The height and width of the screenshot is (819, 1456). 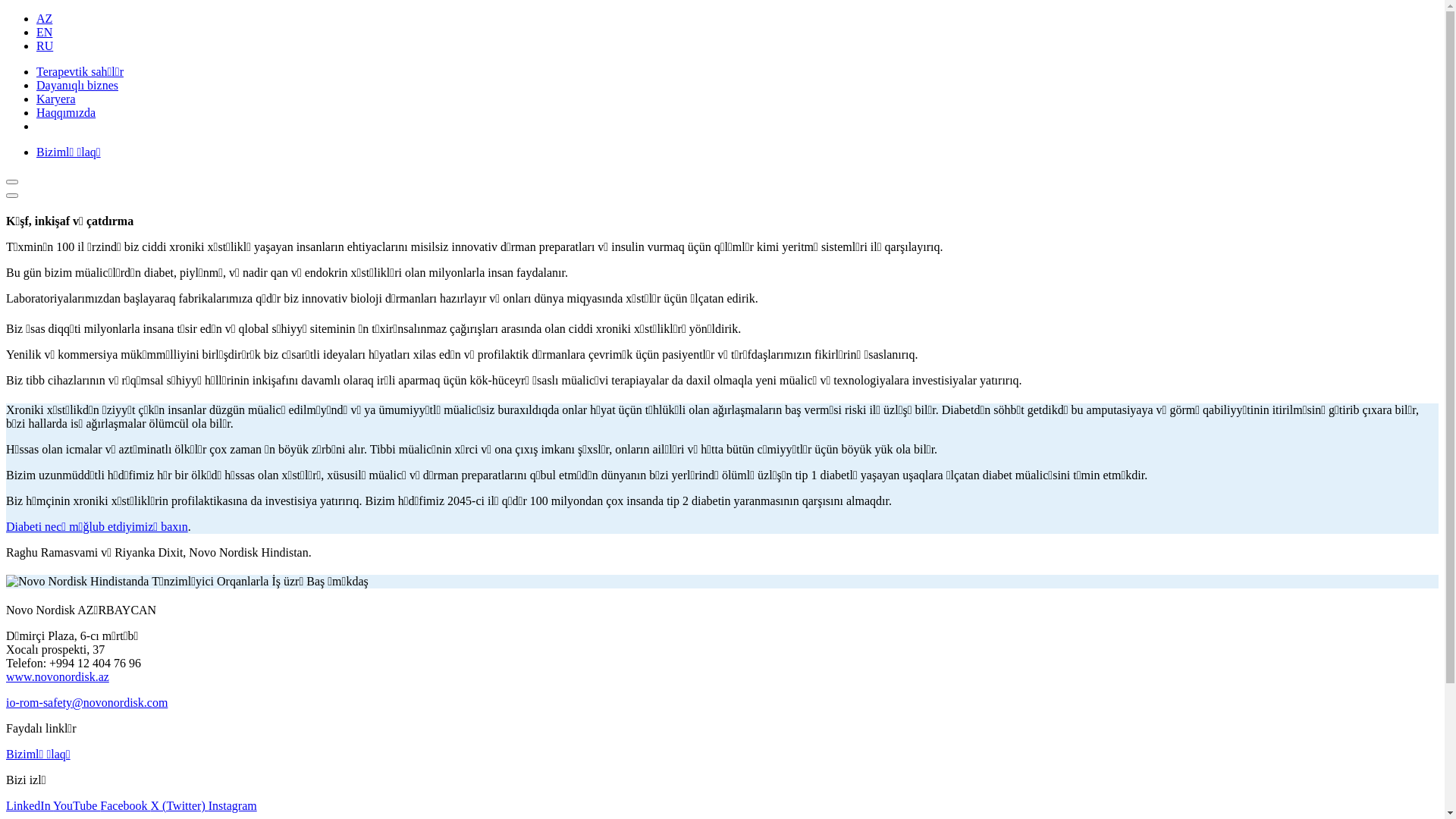 I want to click on 'www.novonordisk.az', so click(x=58, y=676).